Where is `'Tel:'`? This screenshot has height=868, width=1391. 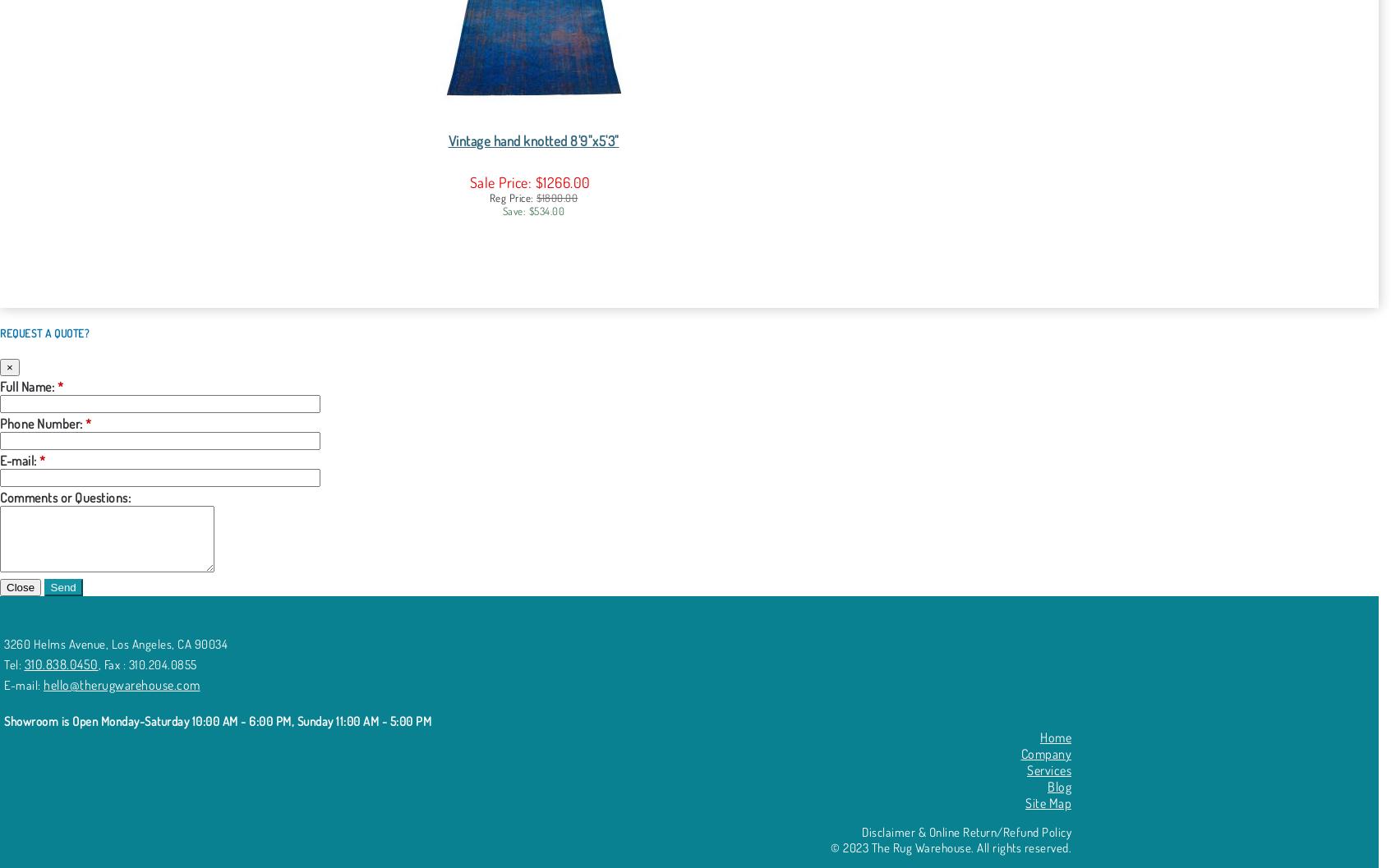 'Tel:' is located at coordinates (12, 664).